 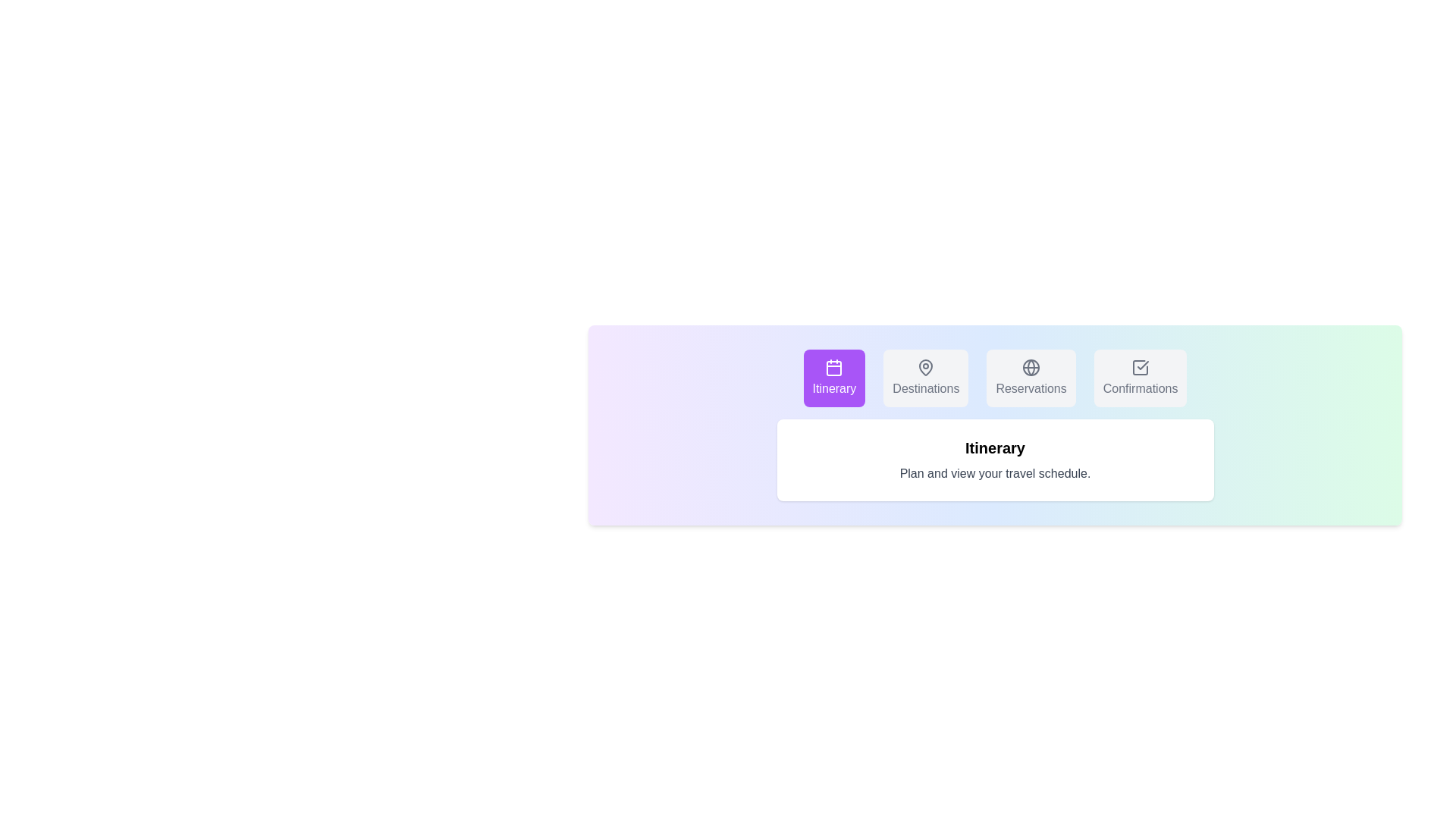 I want to click on the Confirmations tab to switch views, so click(x=1141, y=377).